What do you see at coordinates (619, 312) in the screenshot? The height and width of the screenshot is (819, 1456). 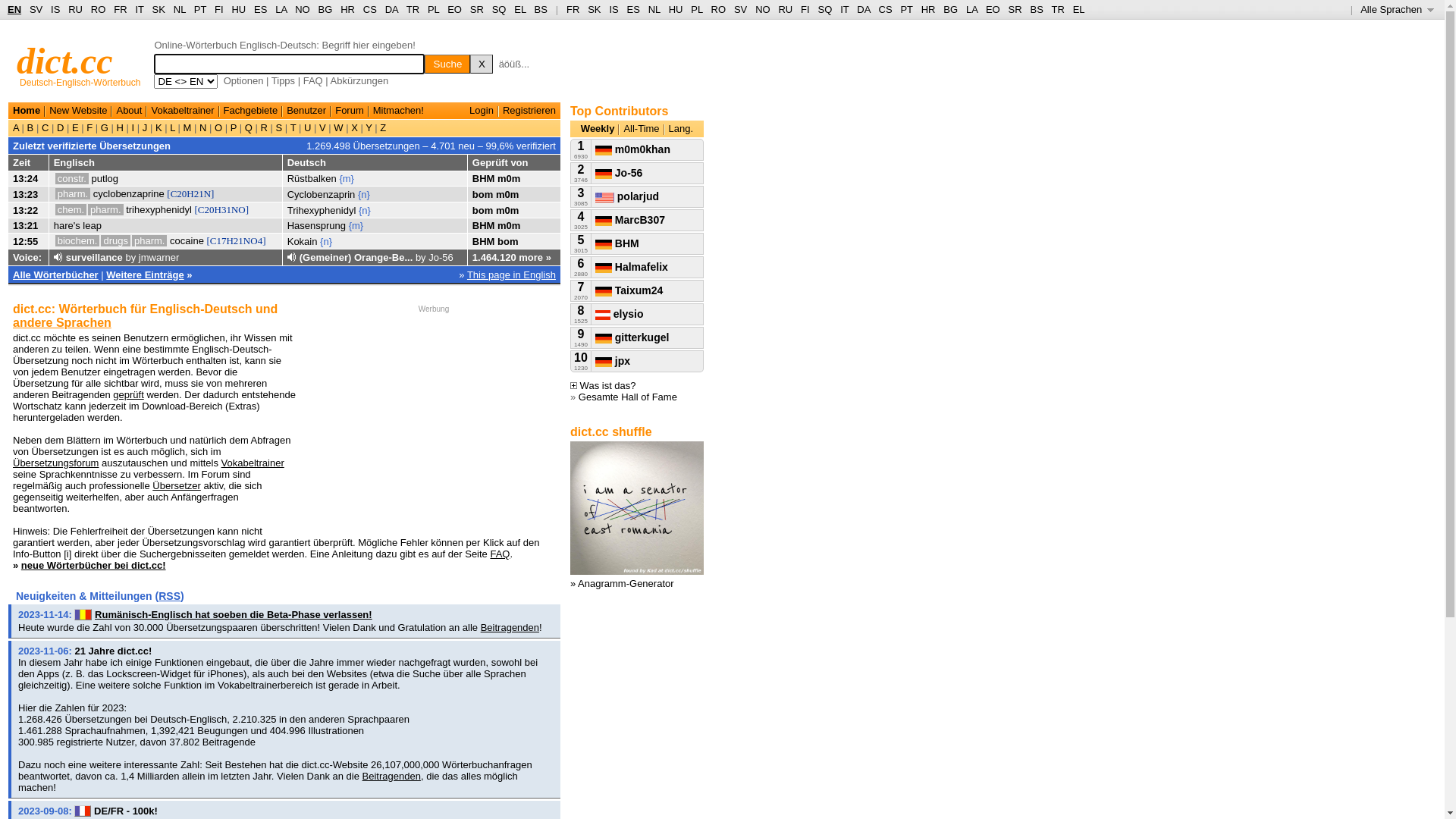 I see `'elysio'` at bounding box center [619, 312].